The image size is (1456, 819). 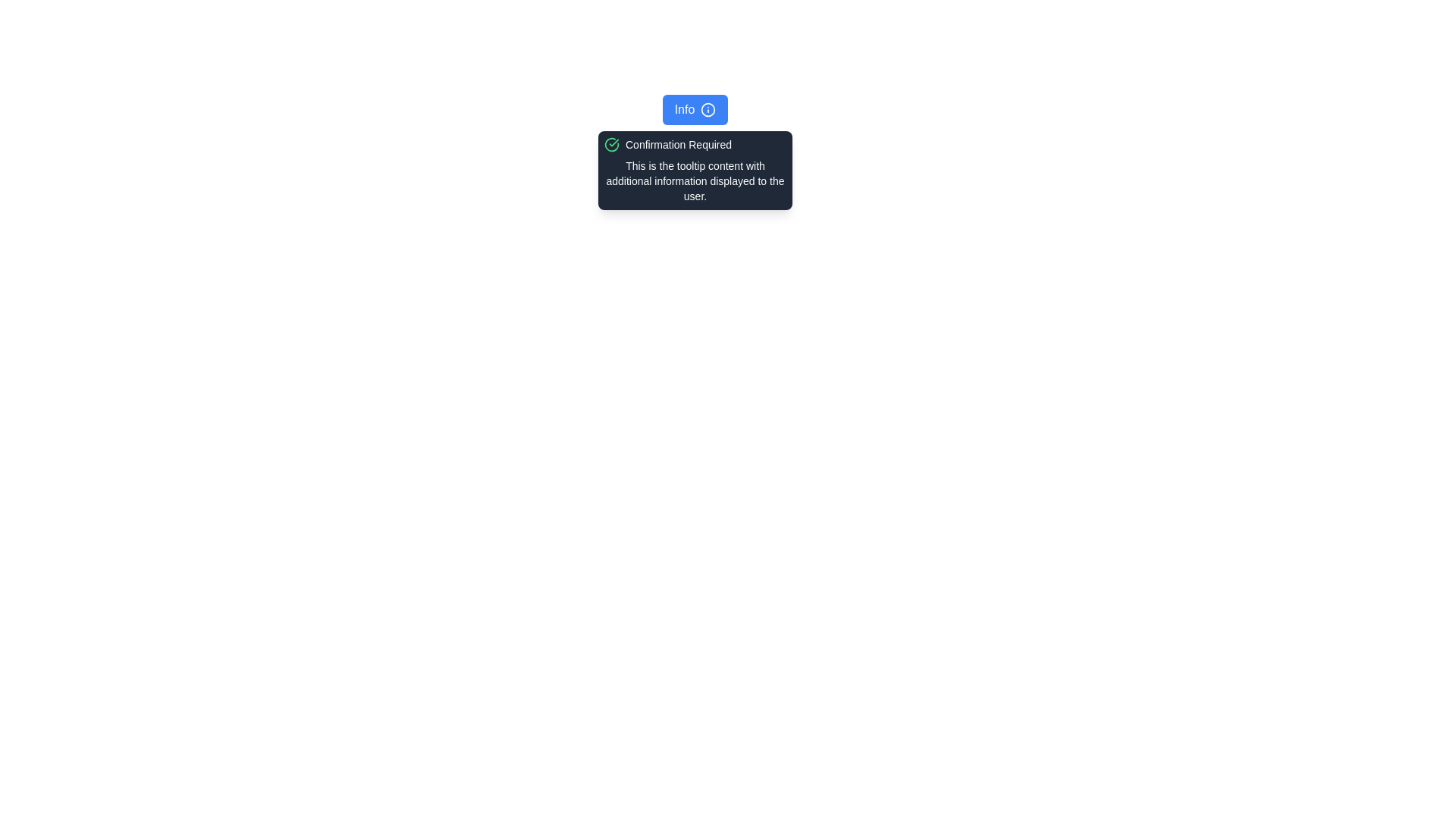 What do you see at coordinates (611, 145) in the screenshot?
I see `green circle check mark icon located to the left of the 'Confirmation Required' text` at bounding box center [611, 145].